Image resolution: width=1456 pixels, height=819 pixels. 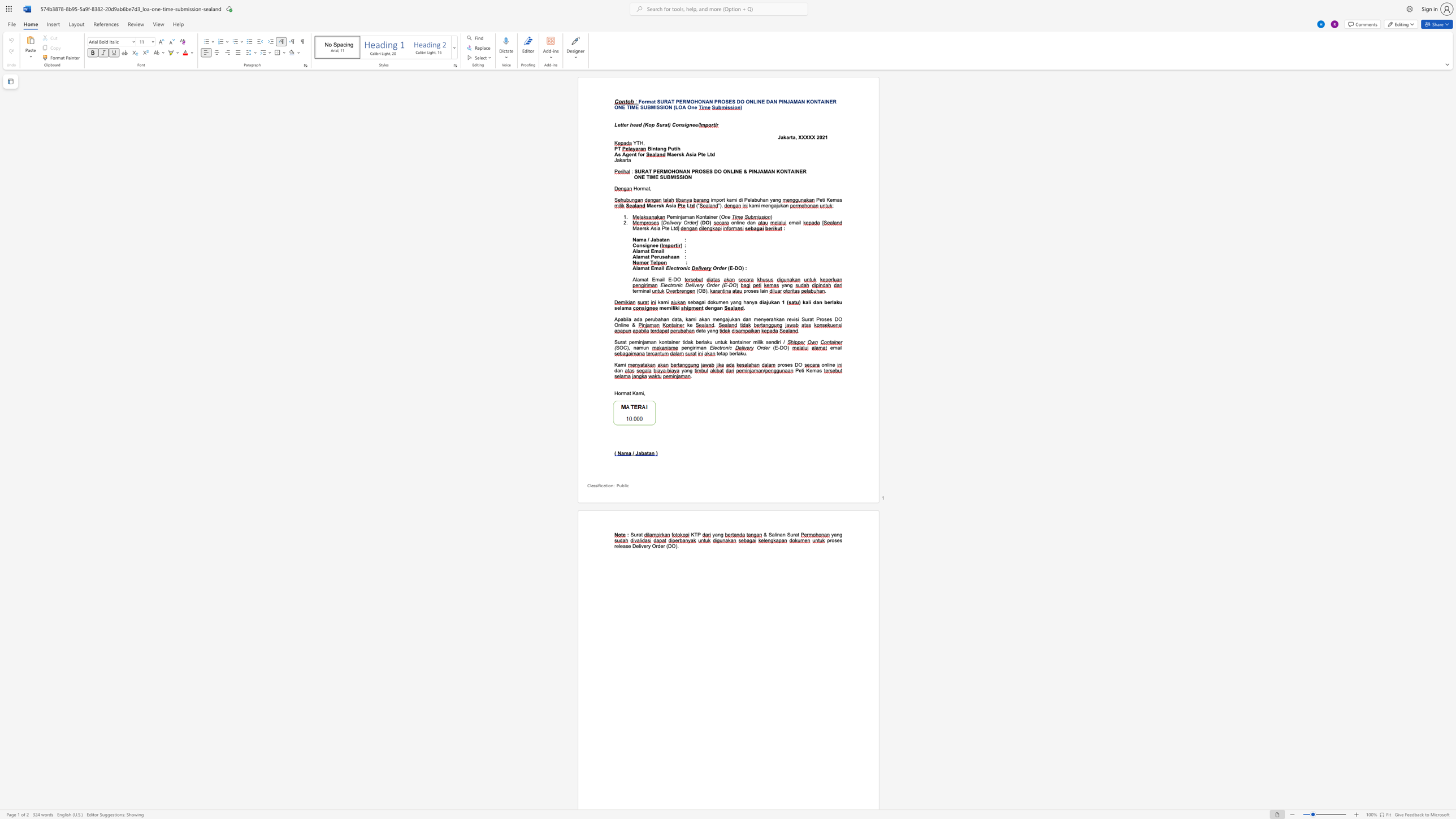 What do you see at coordinates (635, 125) in the screenshot?
I see `the subset text "ad (Kop Surat) Cons" within the text "Letter head (Kop Surat) Consignee/"` at bounding box center [635, 125].